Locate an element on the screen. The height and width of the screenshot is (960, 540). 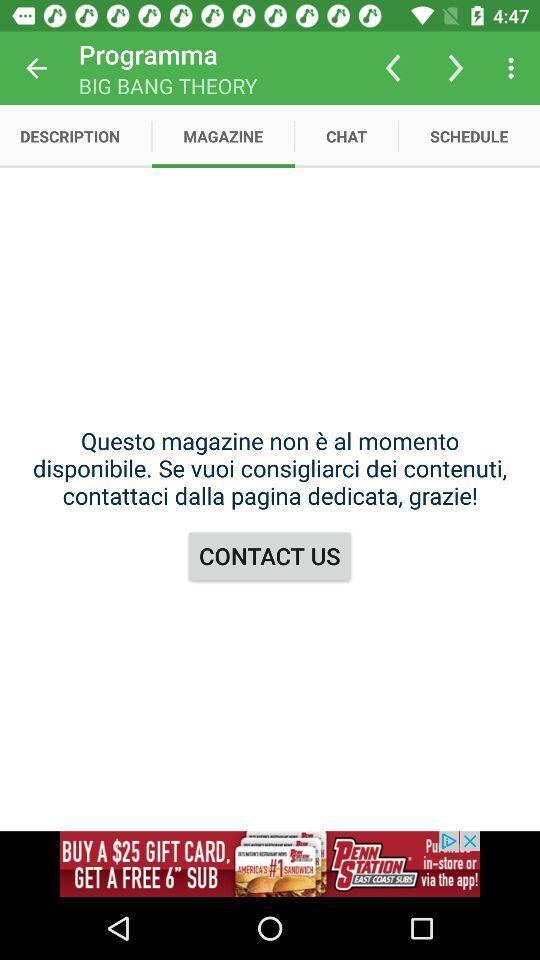
more options button is located at coordinates (514, 68).